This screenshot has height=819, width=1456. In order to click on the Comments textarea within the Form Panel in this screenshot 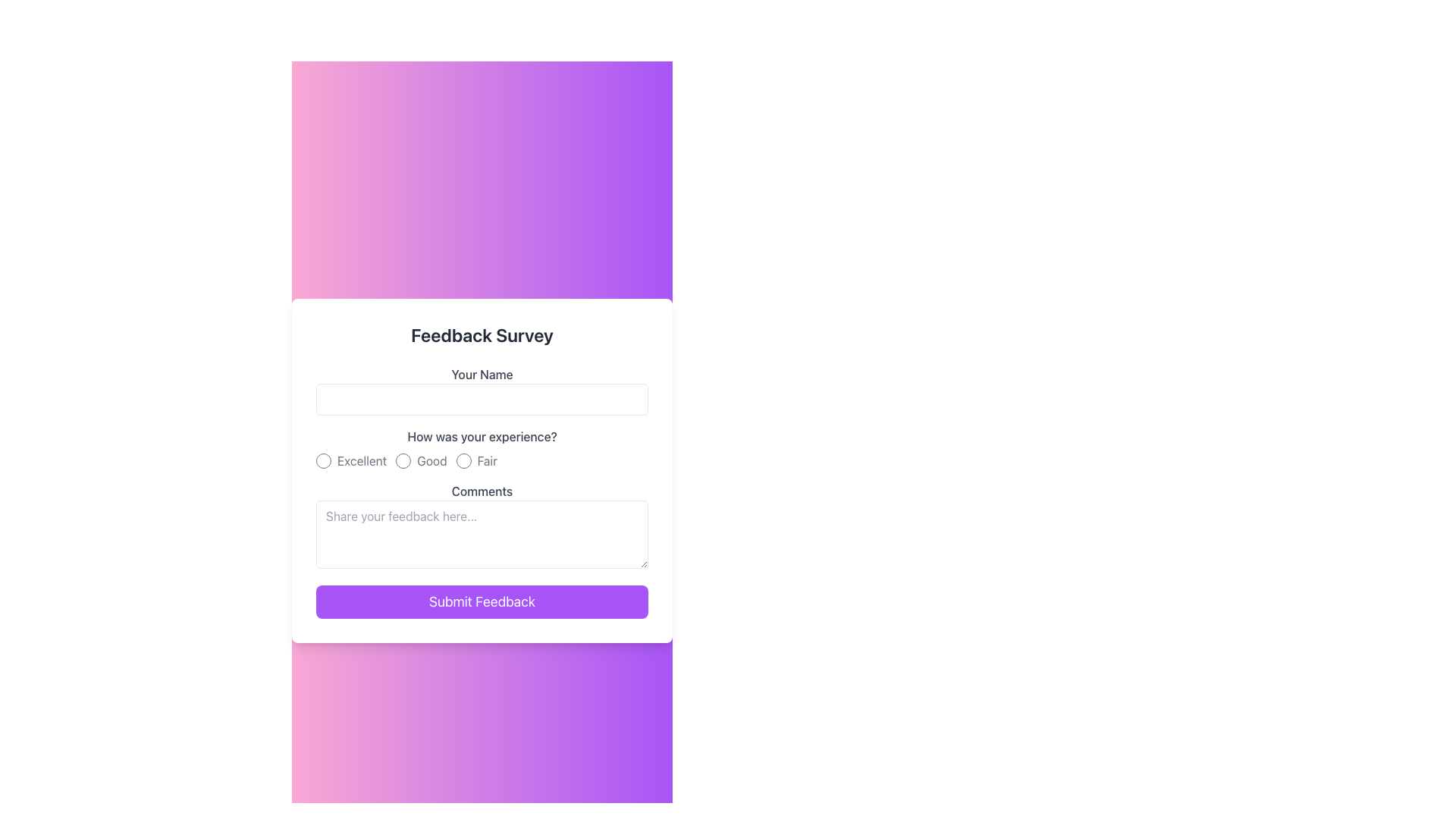, I will do `click(481, 470)`.